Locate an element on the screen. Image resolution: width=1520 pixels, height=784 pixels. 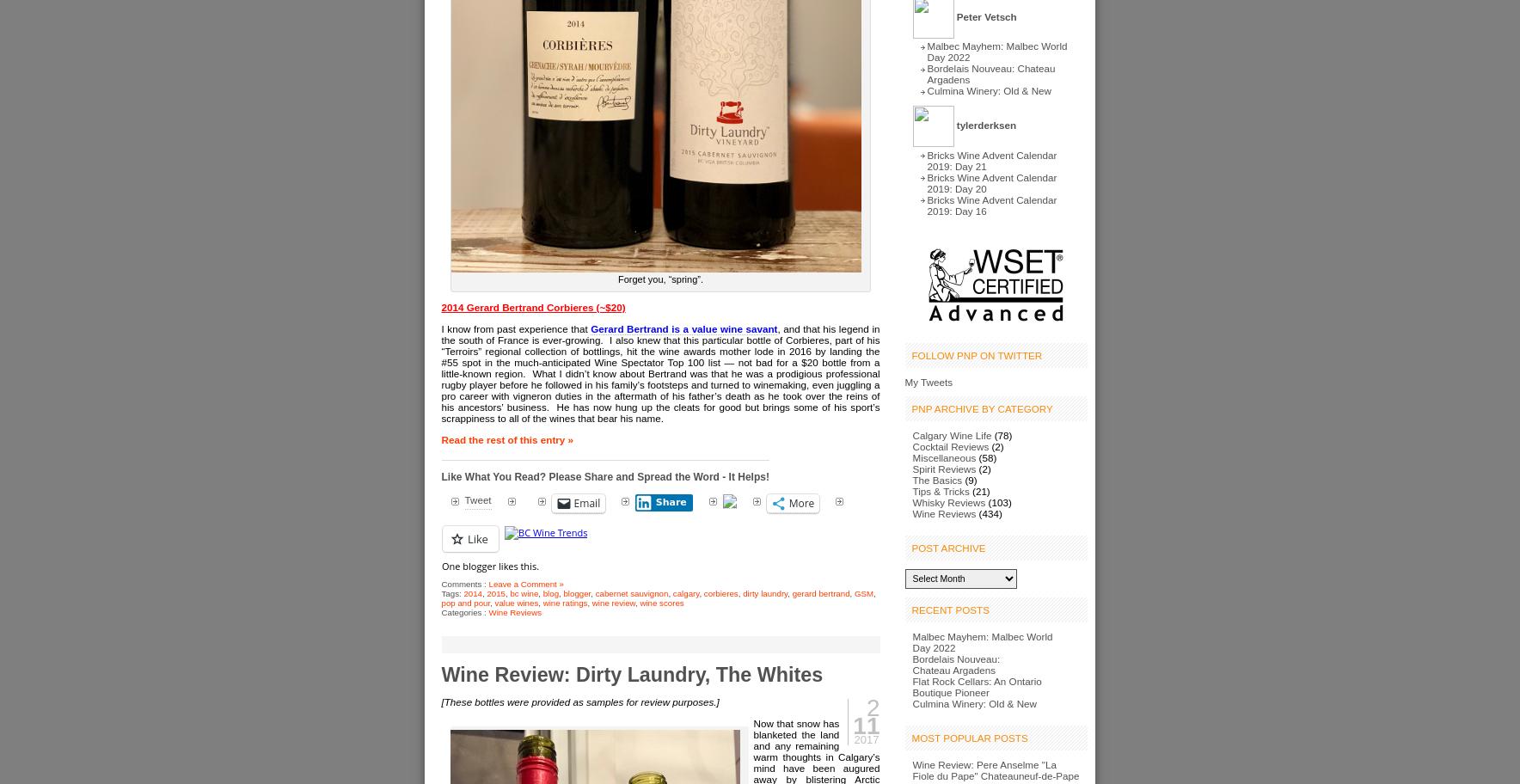
'Flat Rock Cellars: An Ontario Boutique Pioneer' is located at coordinates (910, 686).